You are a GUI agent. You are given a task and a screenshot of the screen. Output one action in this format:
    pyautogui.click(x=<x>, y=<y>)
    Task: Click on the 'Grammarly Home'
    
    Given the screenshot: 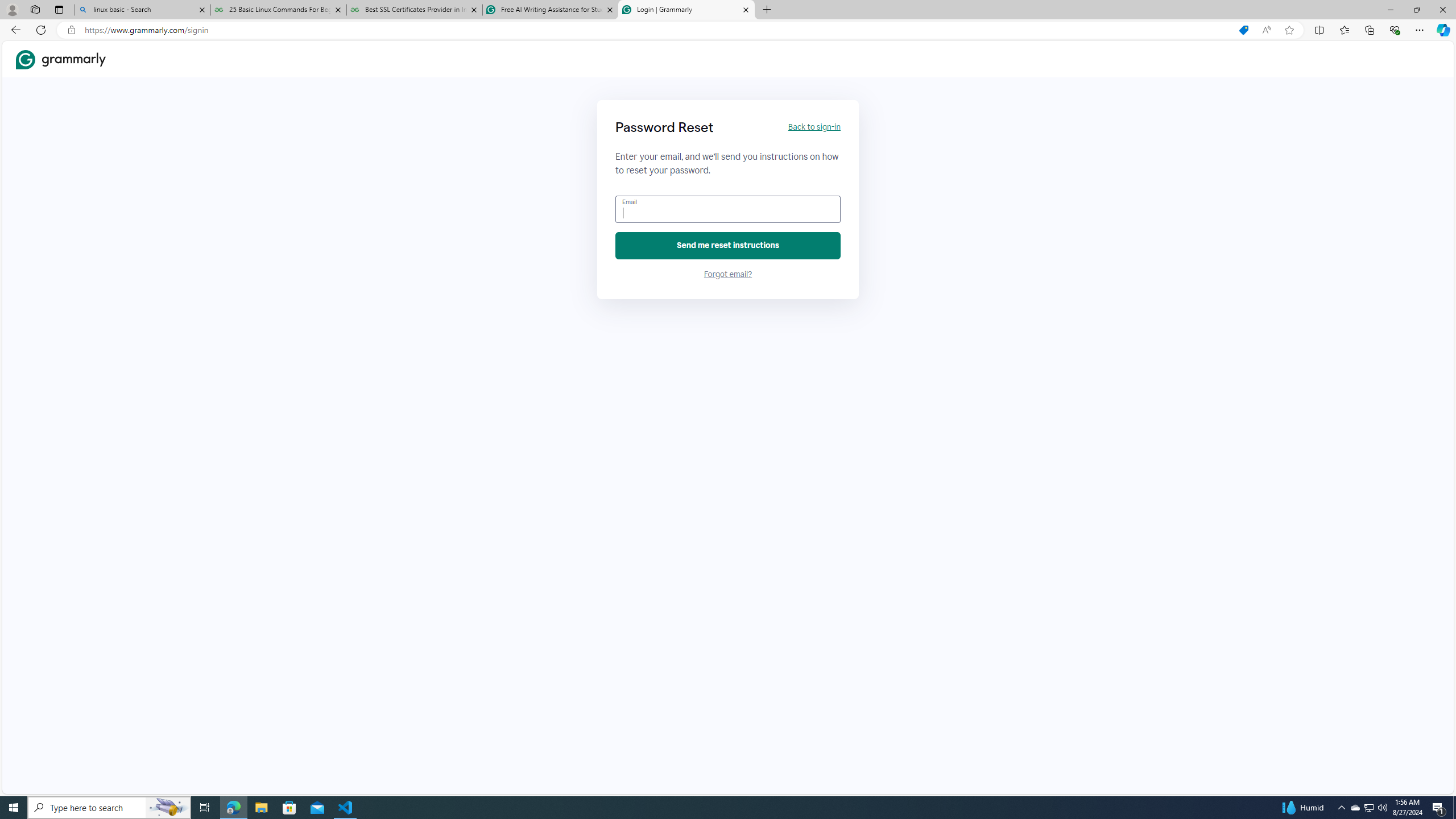 What is the action you would take?
    pyautogui.click(x=60, y=59)
    